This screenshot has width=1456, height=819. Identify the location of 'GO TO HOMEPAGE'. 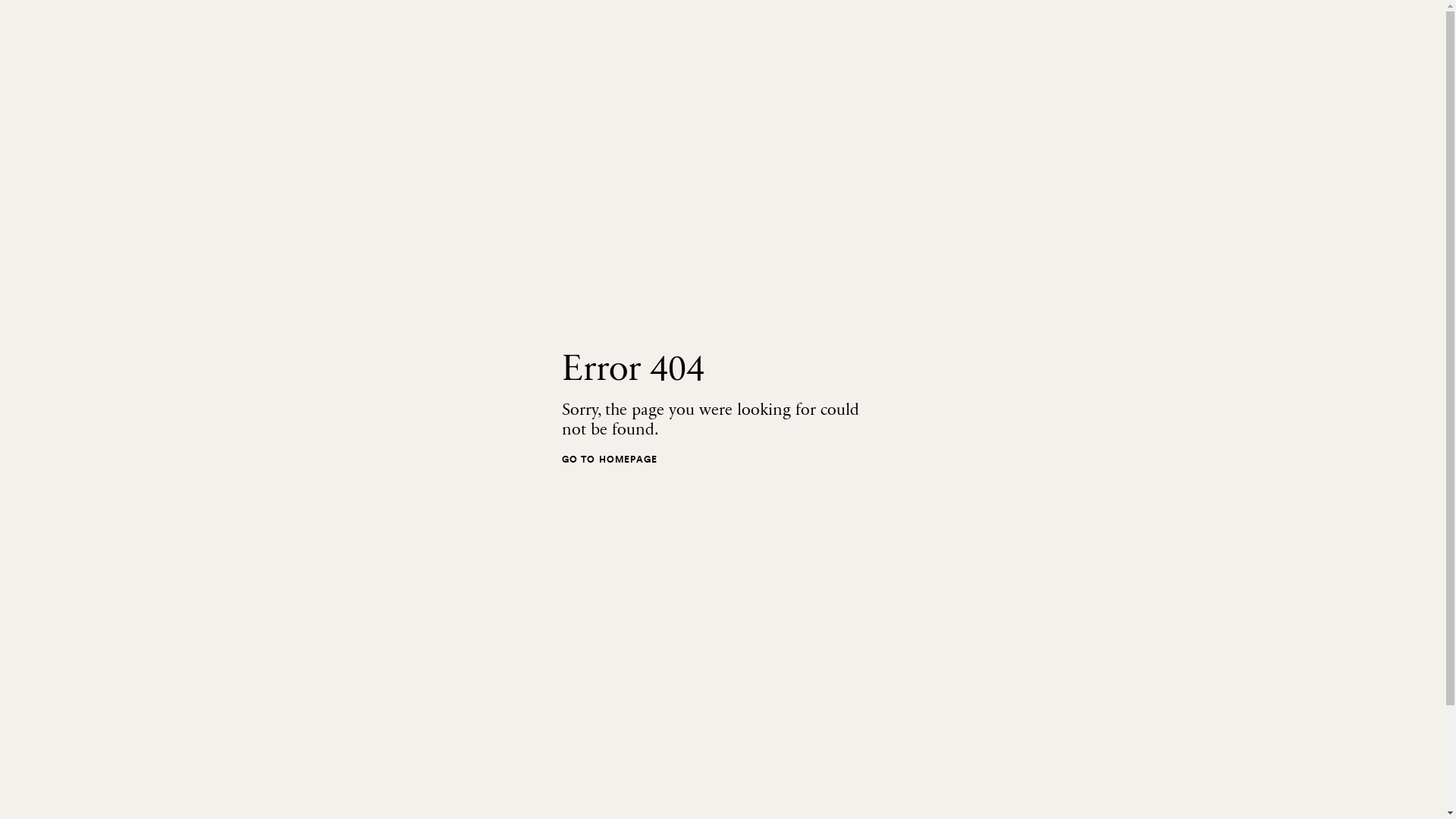
(560, 458).